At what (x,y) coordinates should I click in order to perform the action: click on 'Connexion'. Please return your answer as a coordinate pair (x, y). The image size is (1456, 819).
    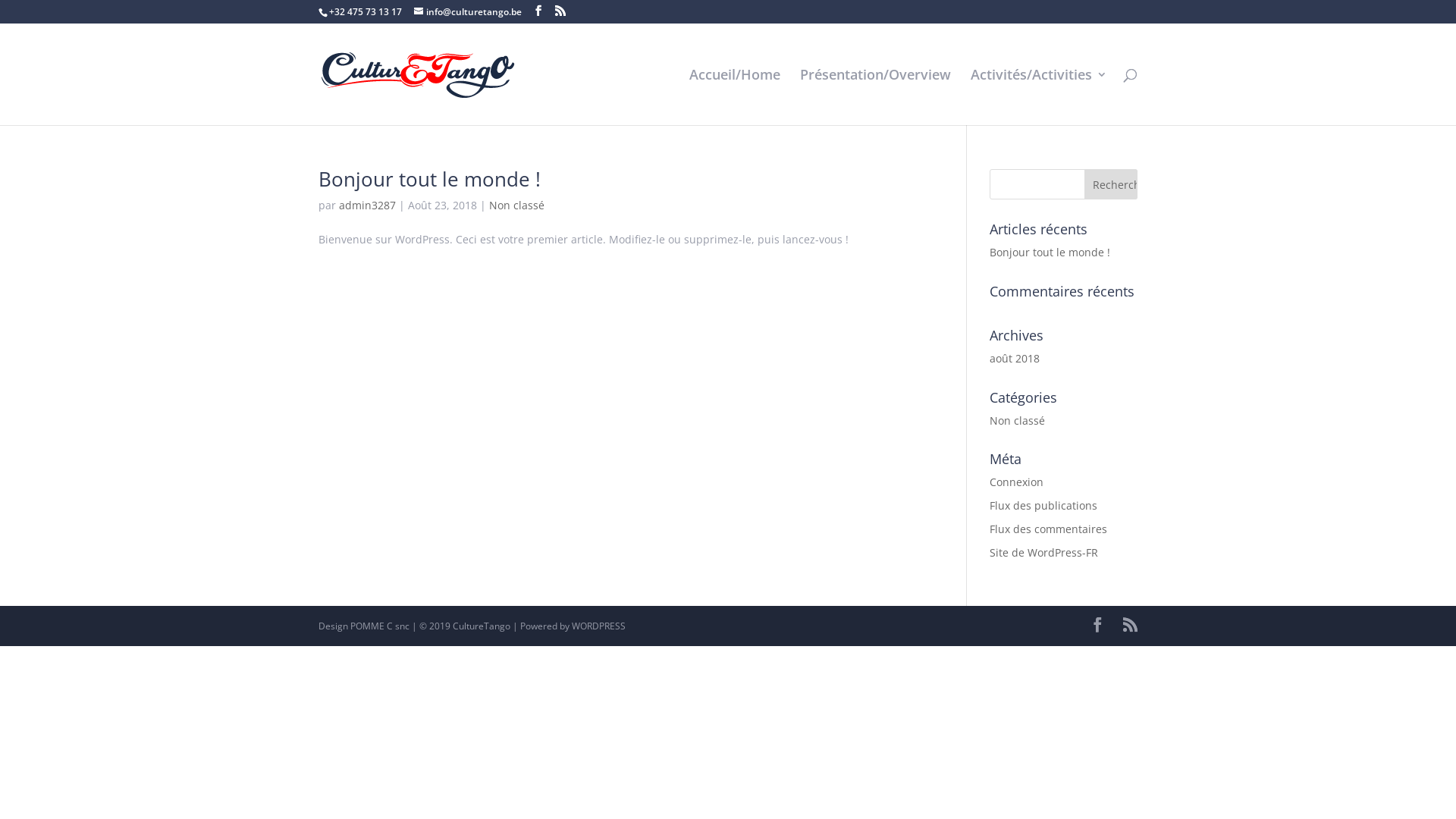
    Looking at the image, I should click on (990, 482).